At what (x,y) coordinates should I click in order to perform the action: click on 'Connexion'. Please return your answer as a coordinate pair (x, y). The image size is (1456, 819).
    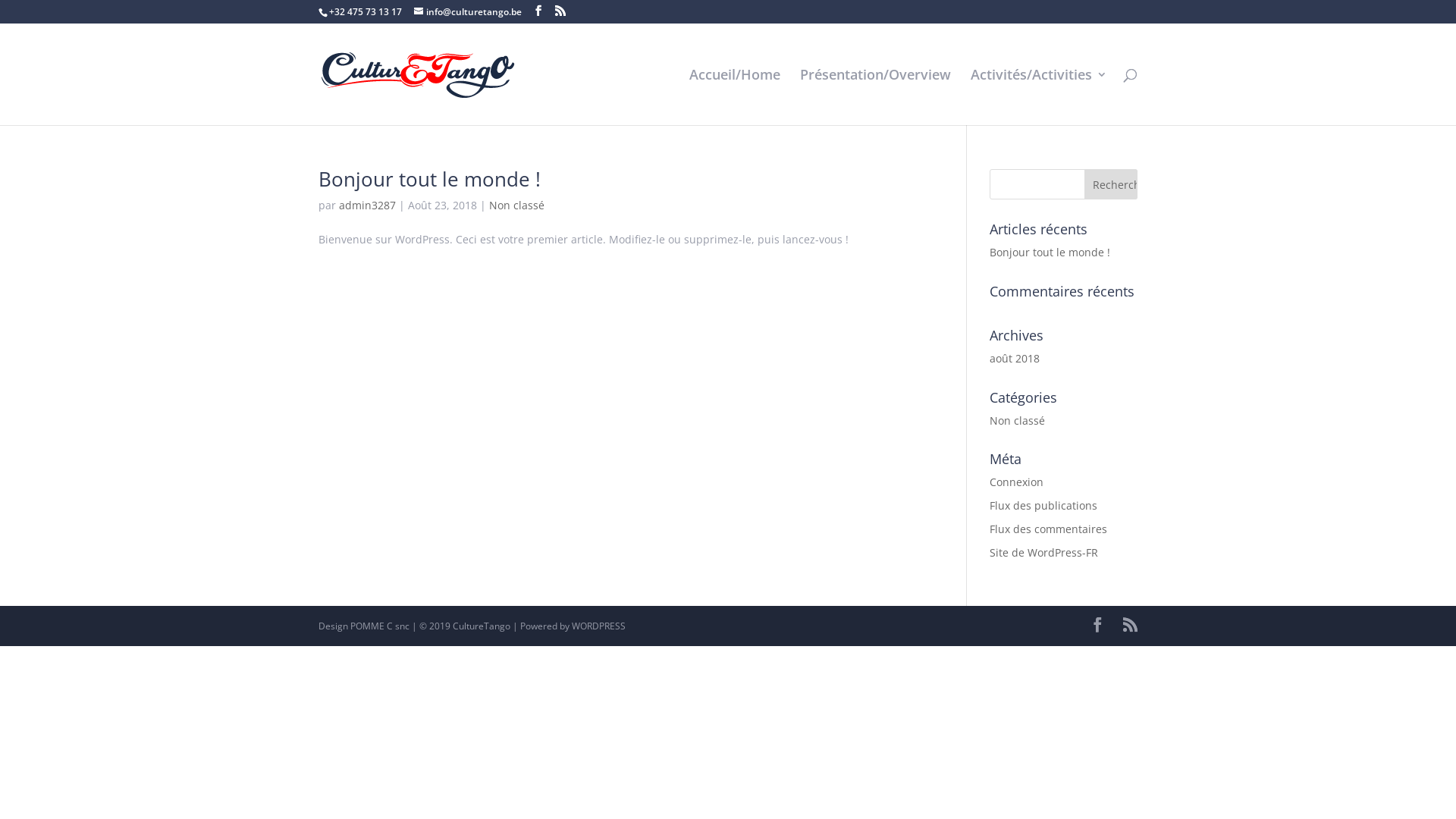
    Looking at the image, I should click on (990, 482).